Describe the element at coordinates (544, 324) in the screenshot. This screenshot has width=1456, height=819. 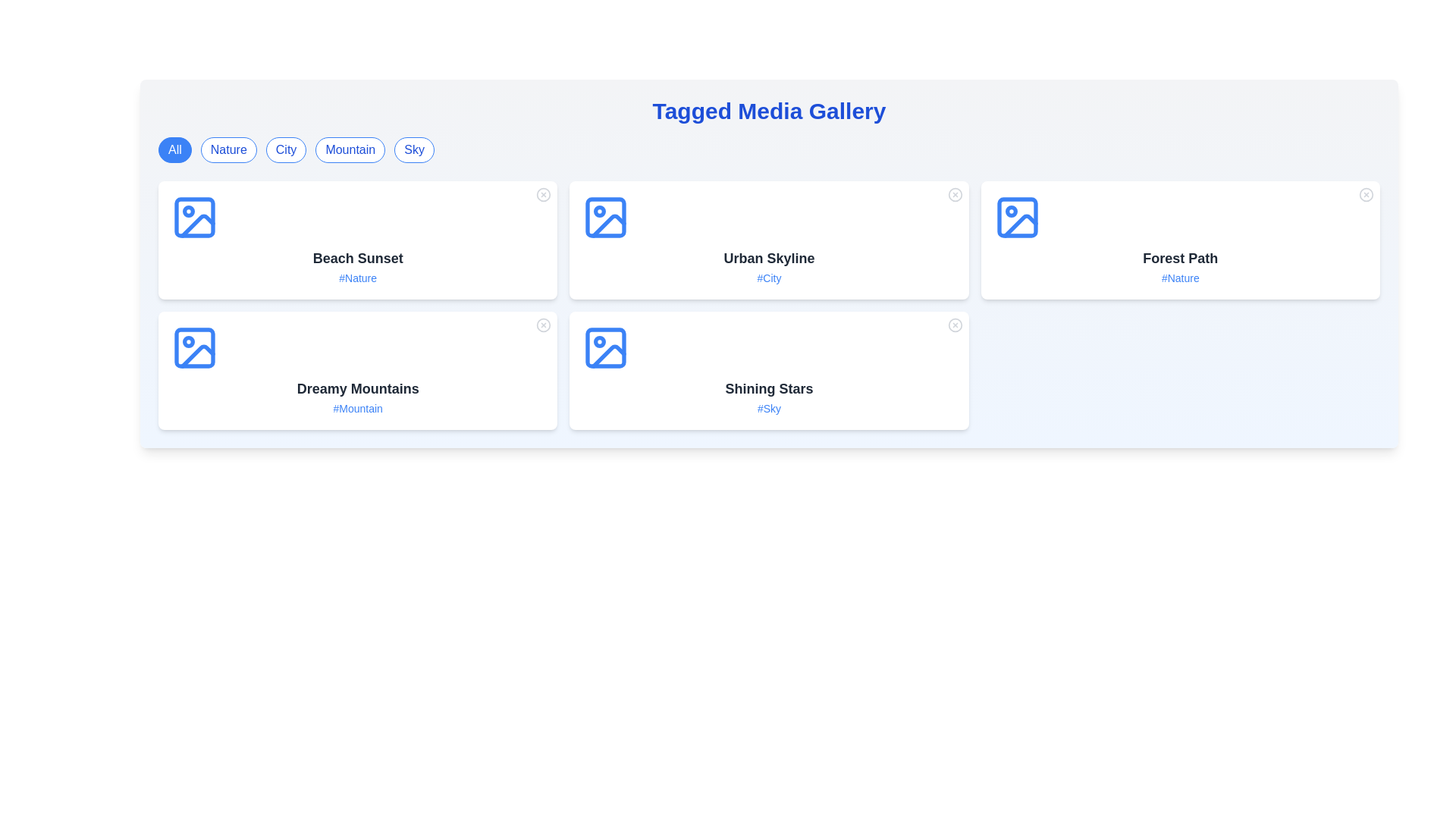
I see `the close button of a media item identified by Dreamy Mountains` at that location.